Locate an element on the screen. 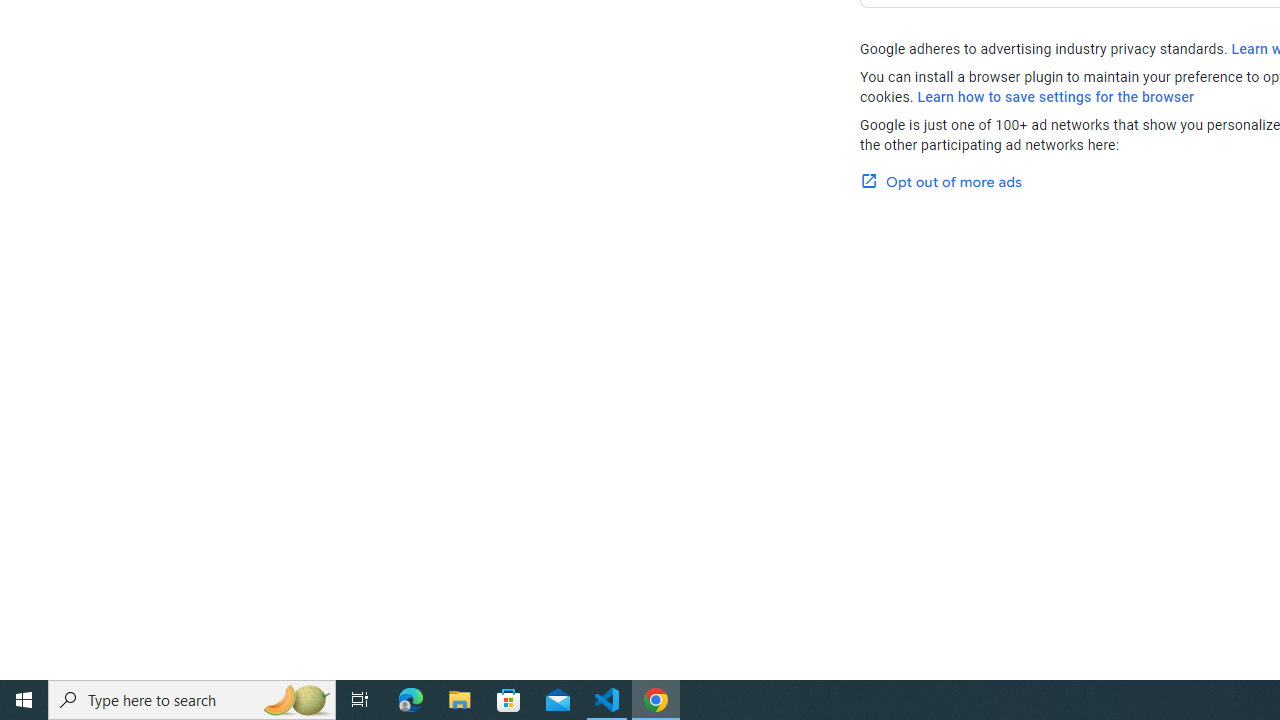 The width and height of the screenshot is (1280, 720). 'Learn how to save settings for the browser' is located at coordinates (1055, 97).